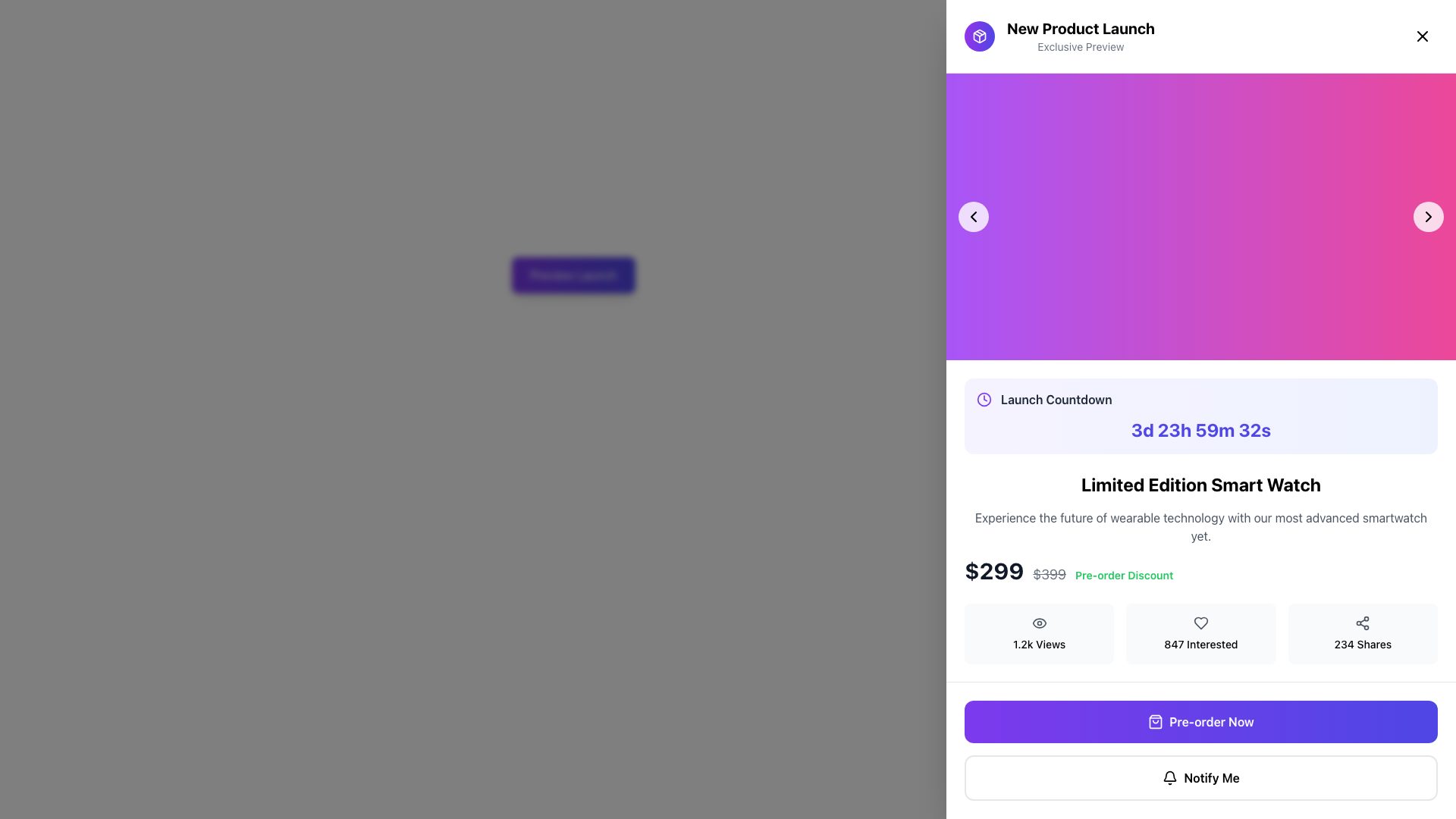  Describe the element at coordinates (1211, 778) in the screenshot. I see `the label that informs users about receiving notifications, located beneath the 'Pre-order Now' button and to the right of the bell icon` at that location.